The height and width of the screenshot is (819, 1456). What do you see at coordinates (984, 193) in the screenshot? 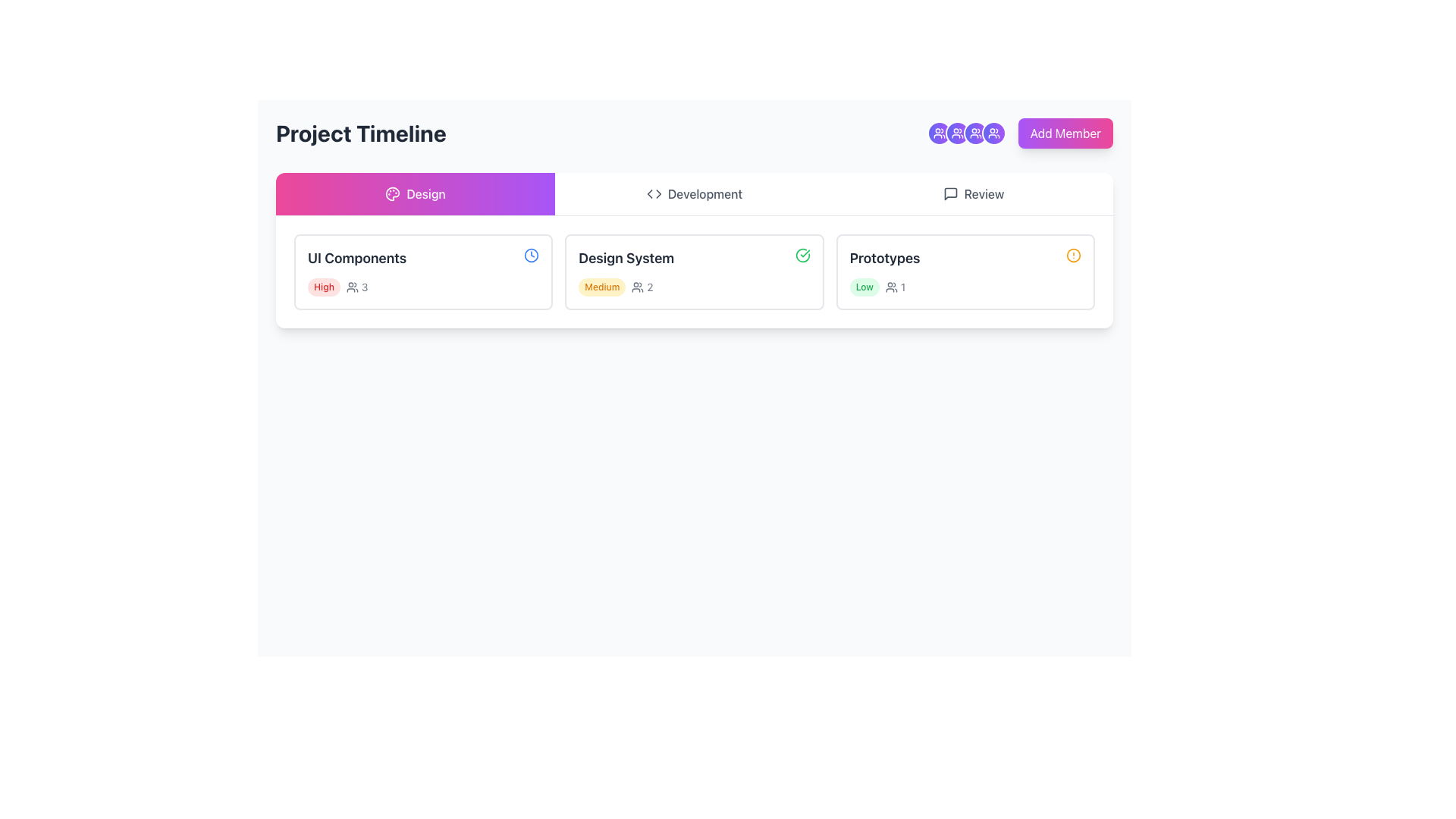
I see `the 'Review' text label, which is a medium-weight gray text located on the right side of the interface near the top, adjacent to an icon related to comments` at bounding box center [984, 193].